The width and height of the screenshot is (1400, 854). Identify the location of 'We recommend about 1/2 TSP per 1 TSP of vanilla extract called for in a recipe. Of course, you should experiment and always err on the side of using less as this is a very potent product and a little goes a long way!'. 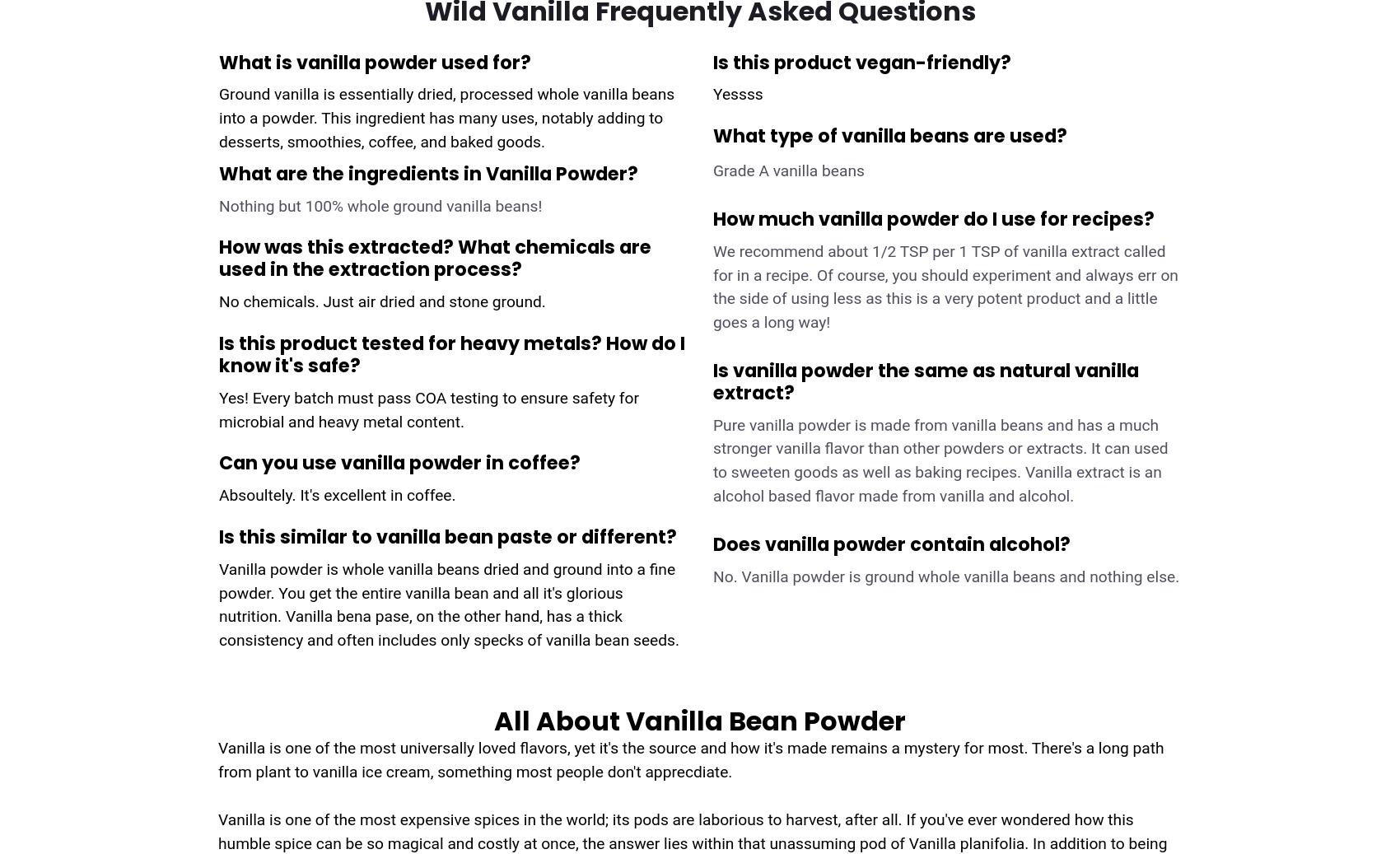
(945, 286).